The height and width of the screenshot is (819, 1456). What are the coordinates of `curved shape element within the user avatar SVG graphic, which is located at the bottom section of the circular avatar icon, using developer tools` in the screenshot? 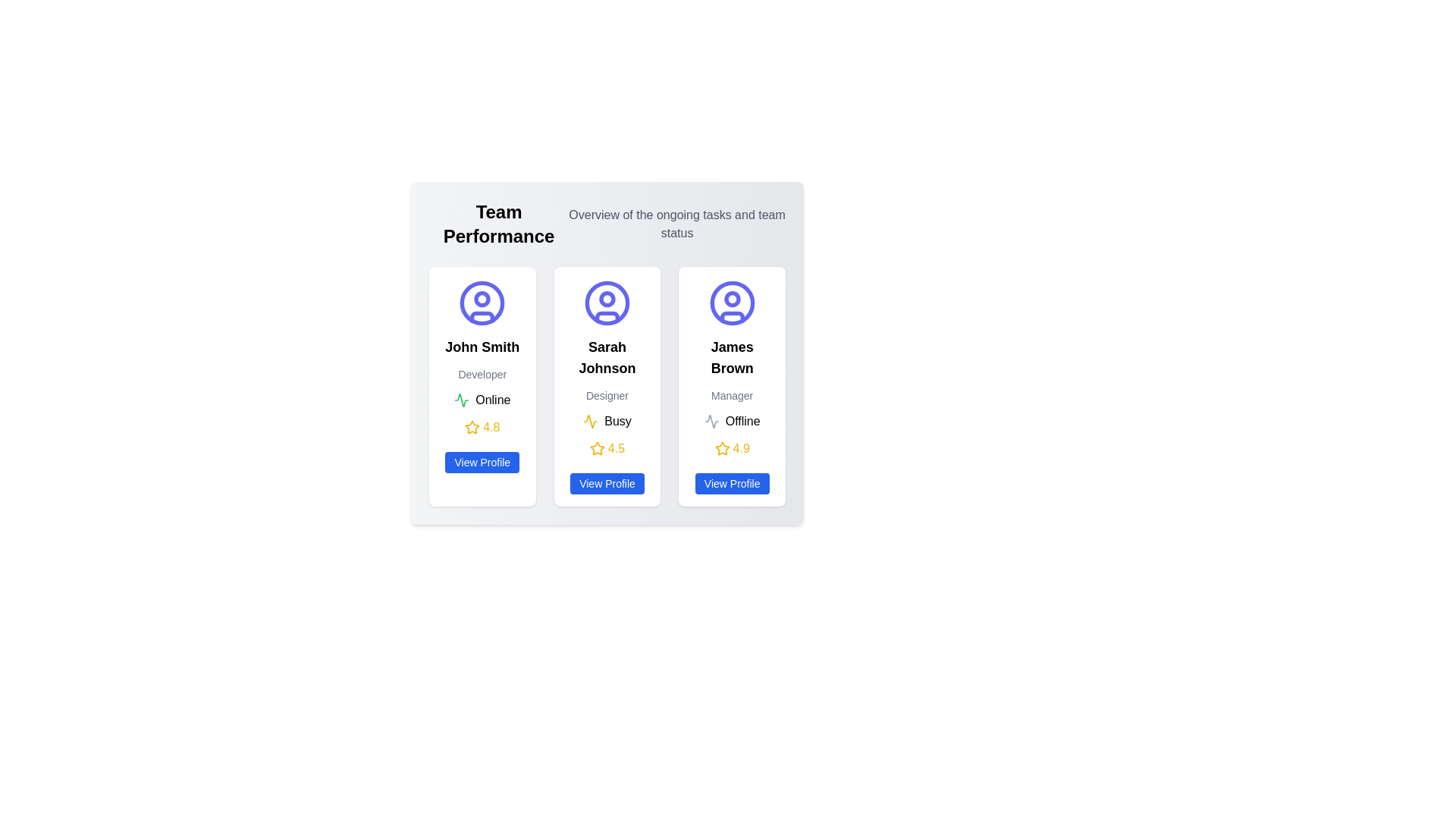 It's located at (482, 316).